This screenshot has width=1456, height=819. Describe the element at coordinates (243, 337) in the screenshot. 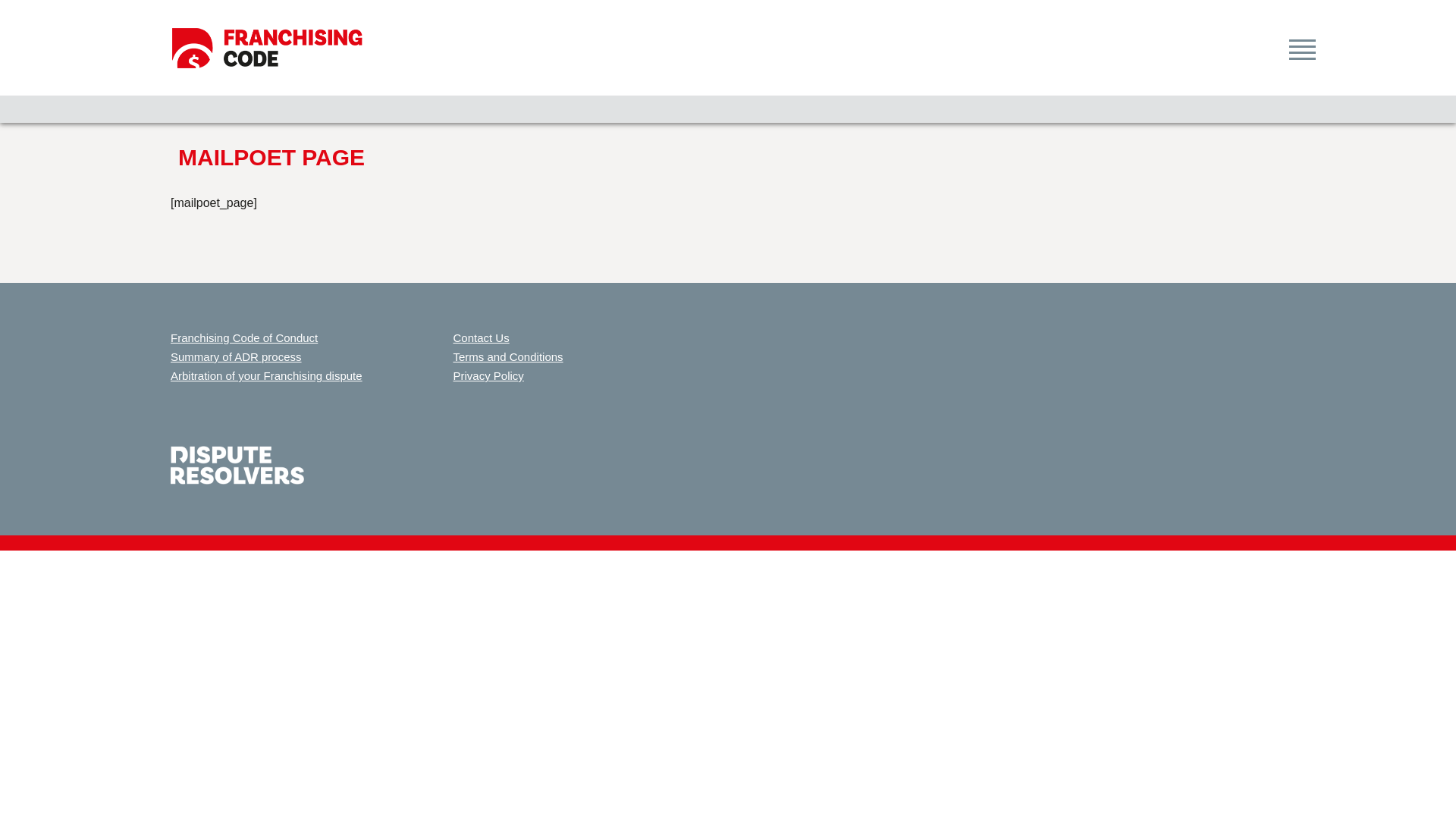

I see `'Franchising Code of Conduct'` at that location.